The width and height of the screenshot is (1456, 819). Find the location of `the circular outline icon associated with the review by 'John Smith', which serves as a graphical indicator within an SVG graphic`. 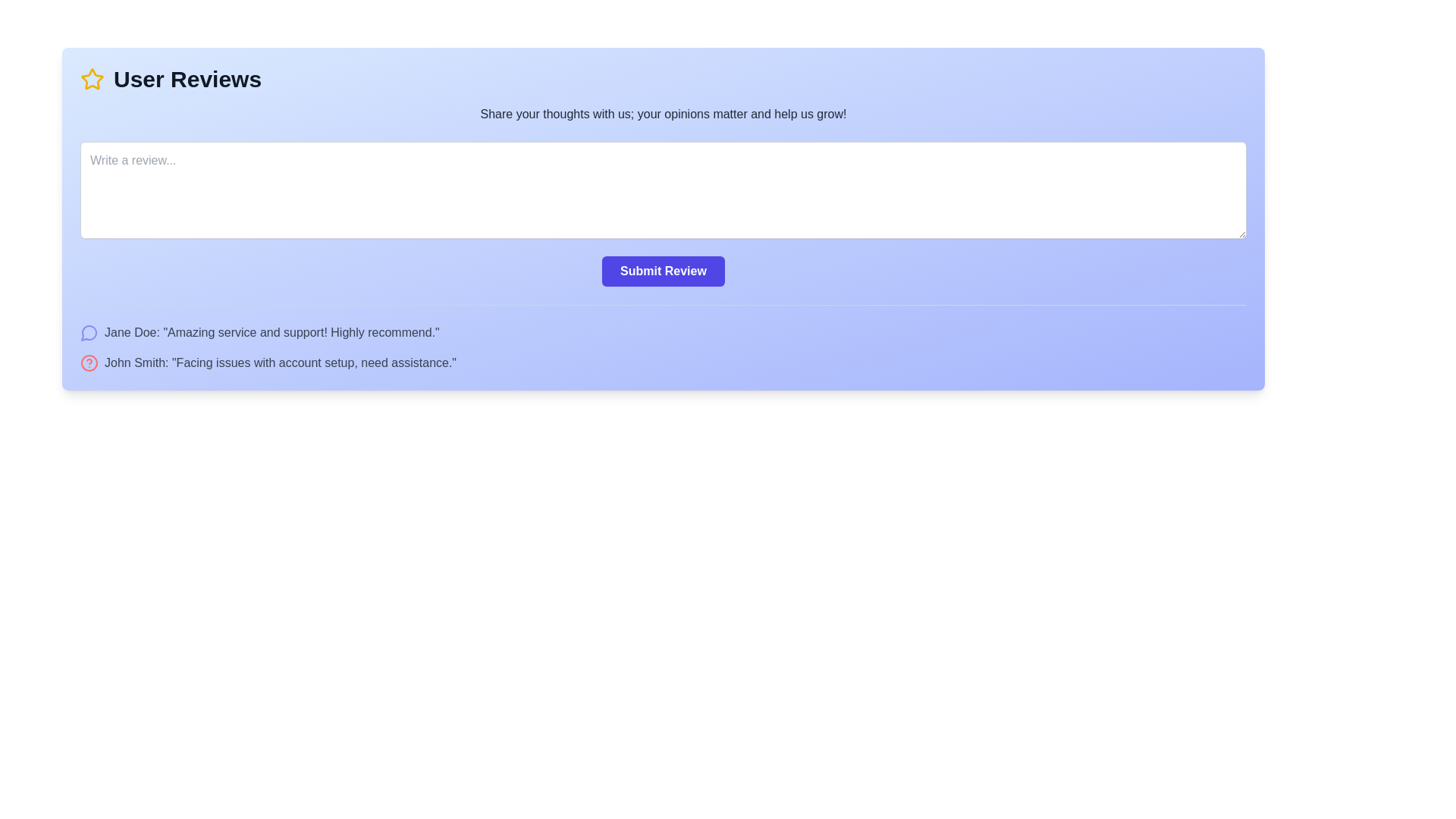

the circular outline icon associated with the review by 'John Smith', which serves as a graphical indicator within an SVG graphic is located at coordinates (89, 362).